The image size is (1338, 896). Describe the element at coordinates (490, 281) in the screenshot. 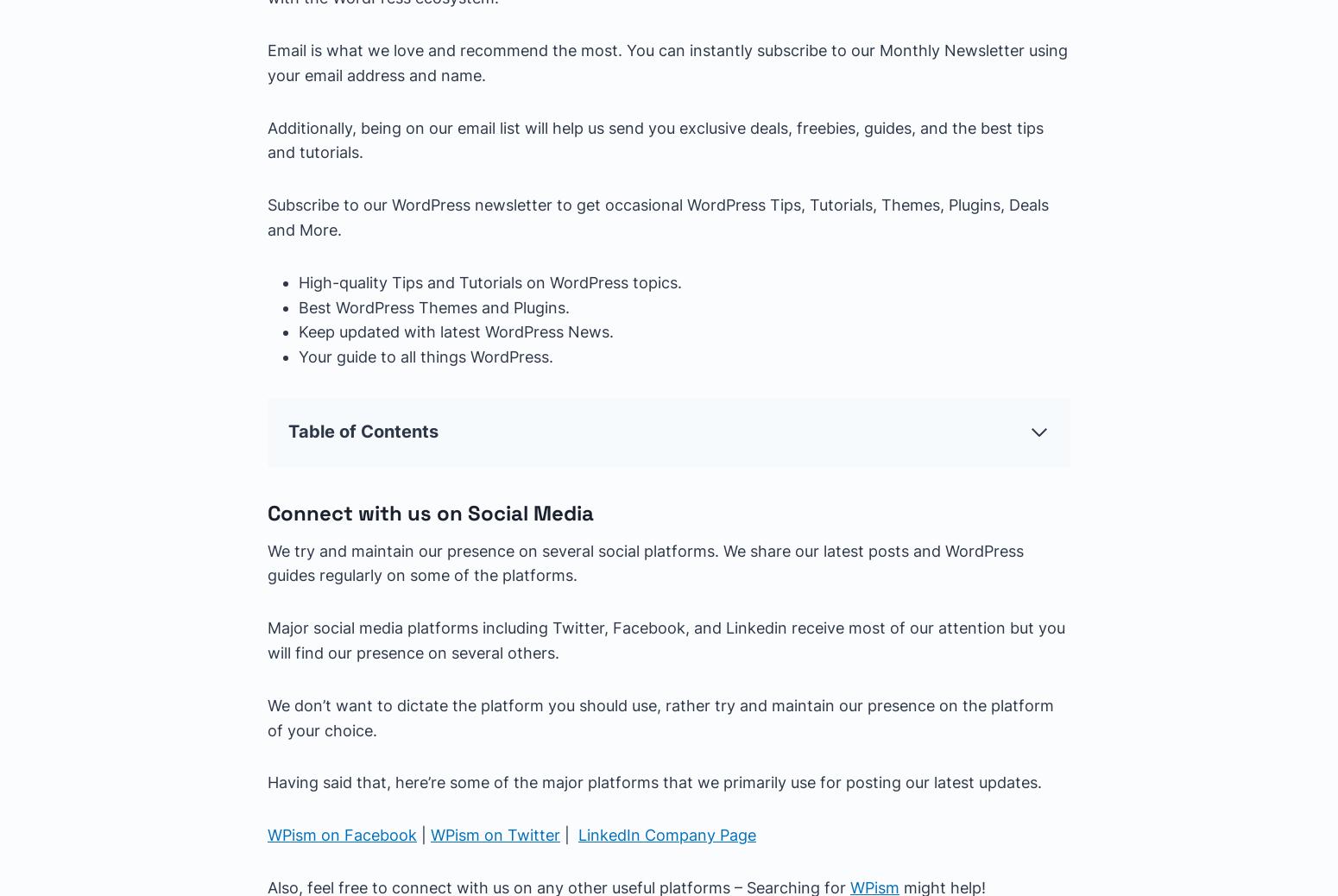

I see `'High-quality Tips and Tutorials on WordPress topics.'` at that location.